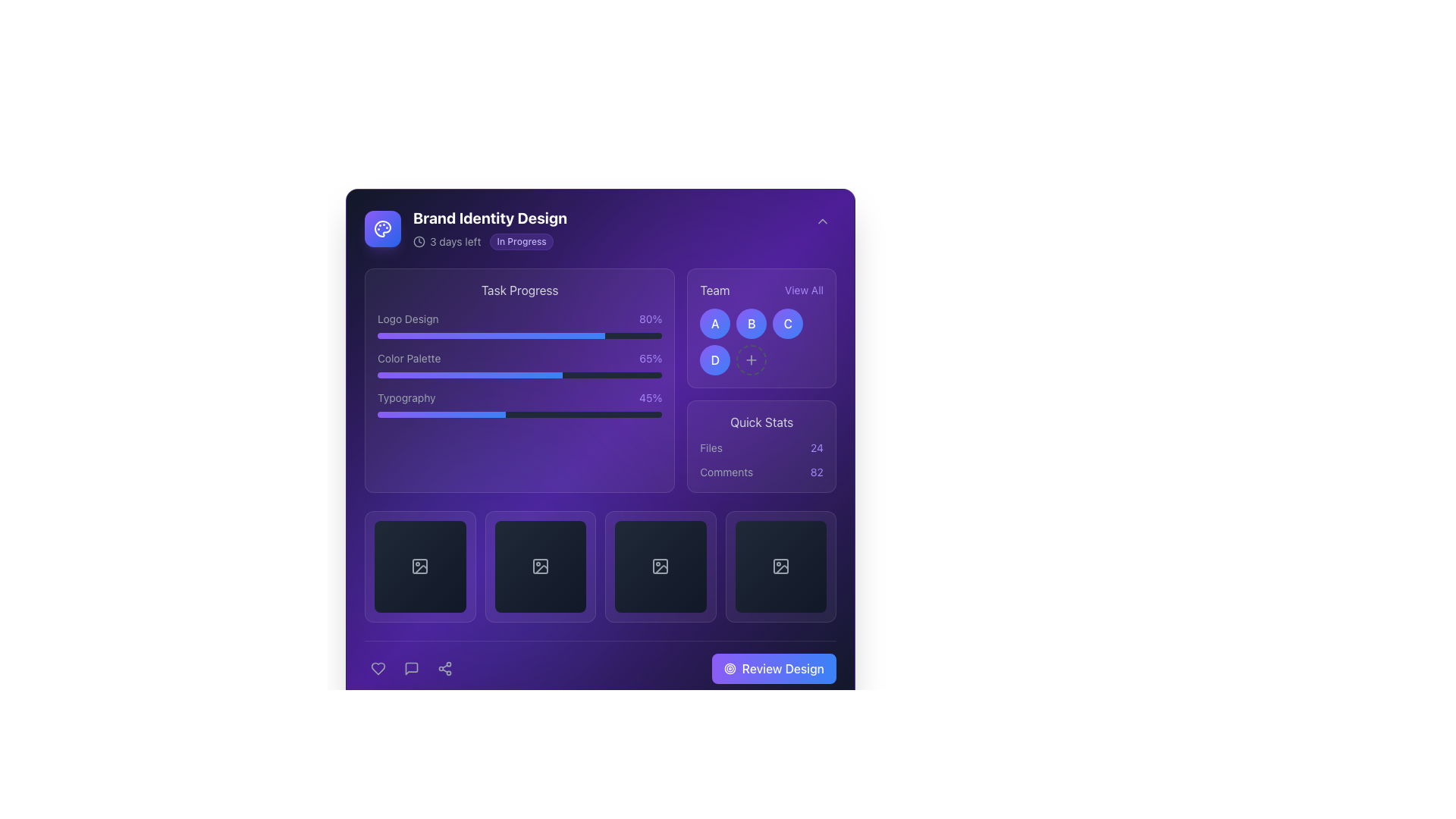 This screenshot has height=819, width=1456. What do you see at coordinates (661, 566) in the screenshot?
I see `the rounded rectangle icon placeholder located` at bounding box center [661, 566].